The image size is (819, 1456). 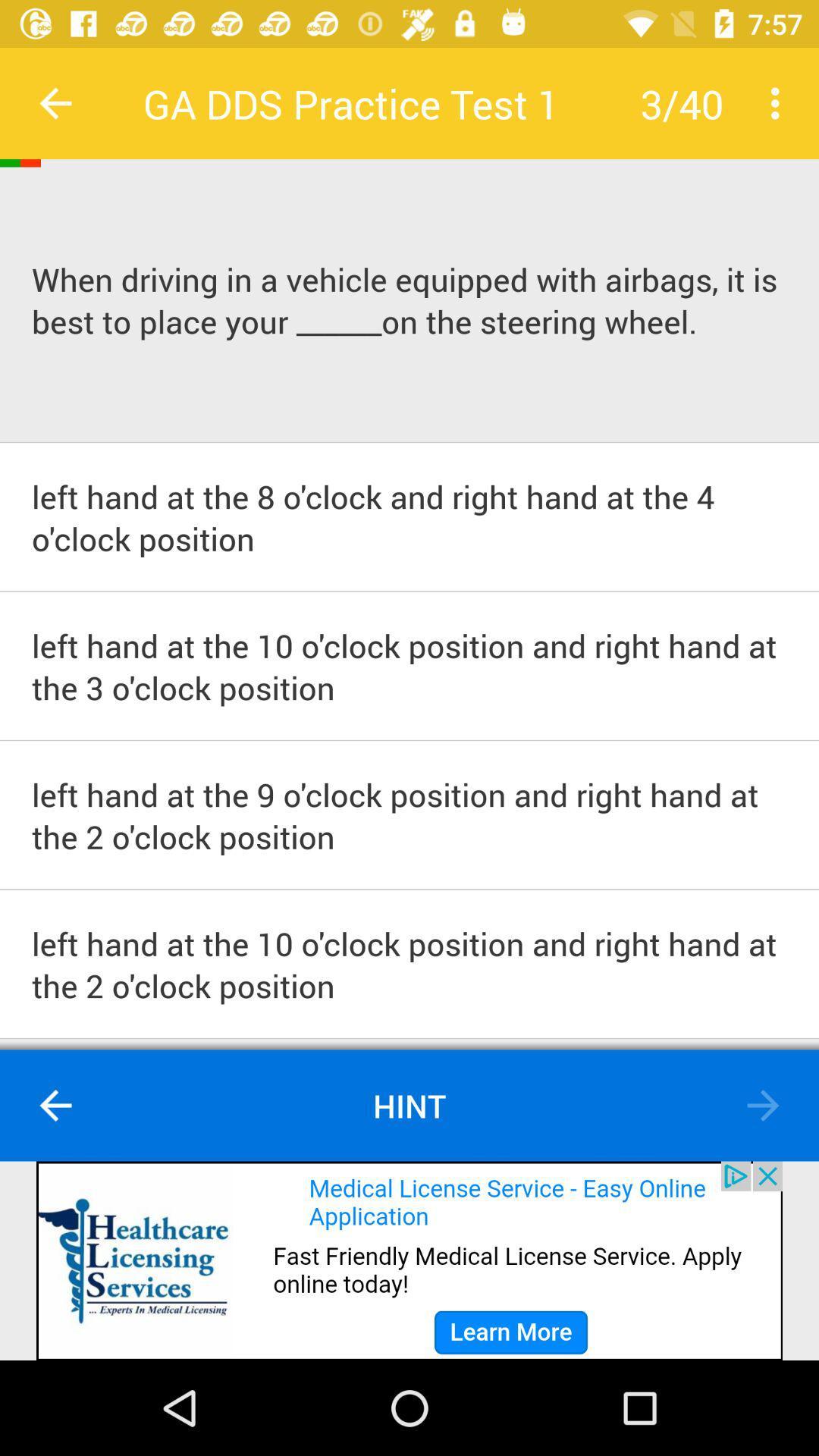 What do you see at coordinates (55, 1106) in the screenshot?
I see `go back` at bounding box center [55, 1106].